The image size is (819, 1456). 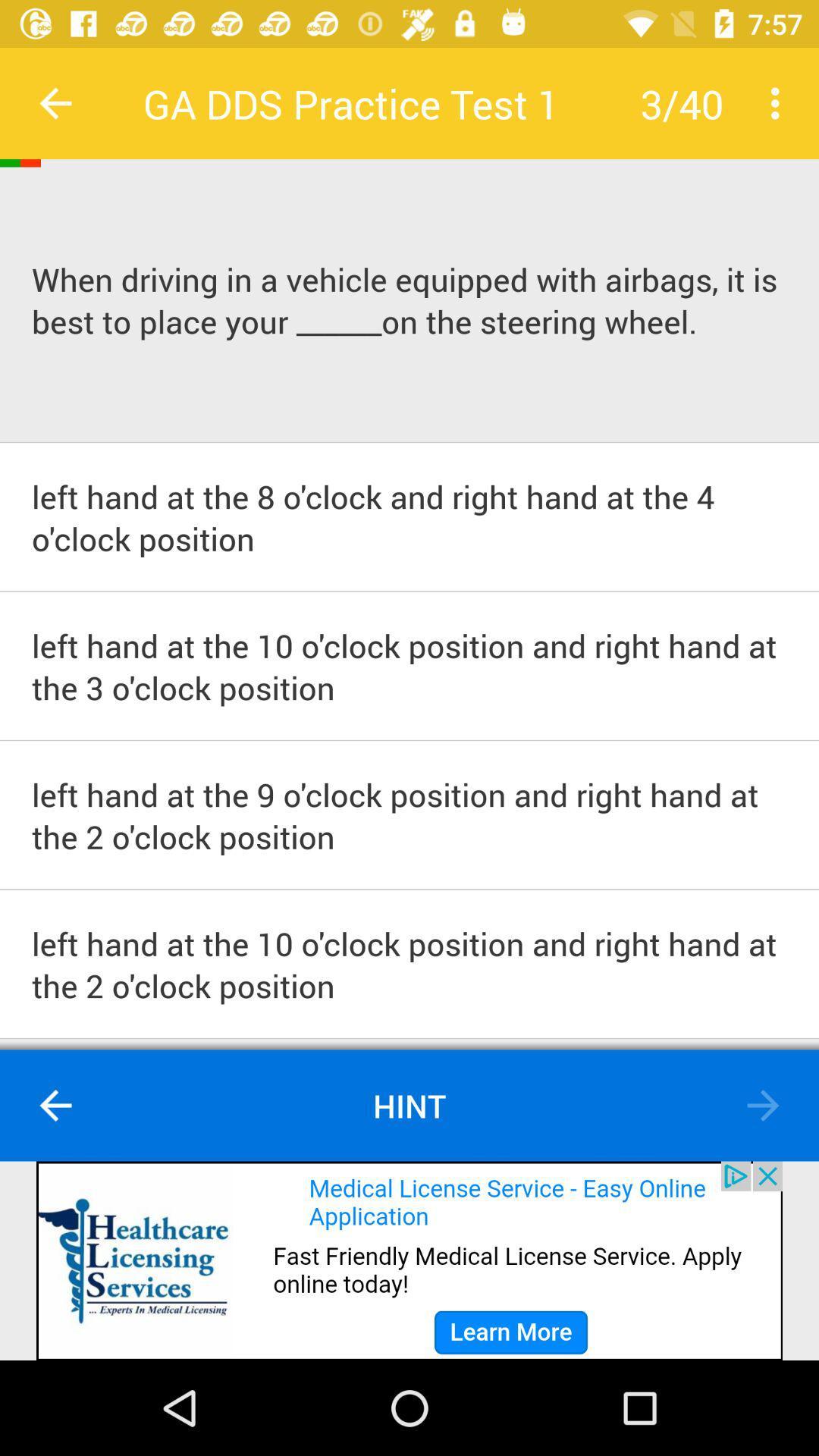 What do you see at coordinates (55, 1106) in the screenshot?
I see `go back` at bounding box center [55, 1106].